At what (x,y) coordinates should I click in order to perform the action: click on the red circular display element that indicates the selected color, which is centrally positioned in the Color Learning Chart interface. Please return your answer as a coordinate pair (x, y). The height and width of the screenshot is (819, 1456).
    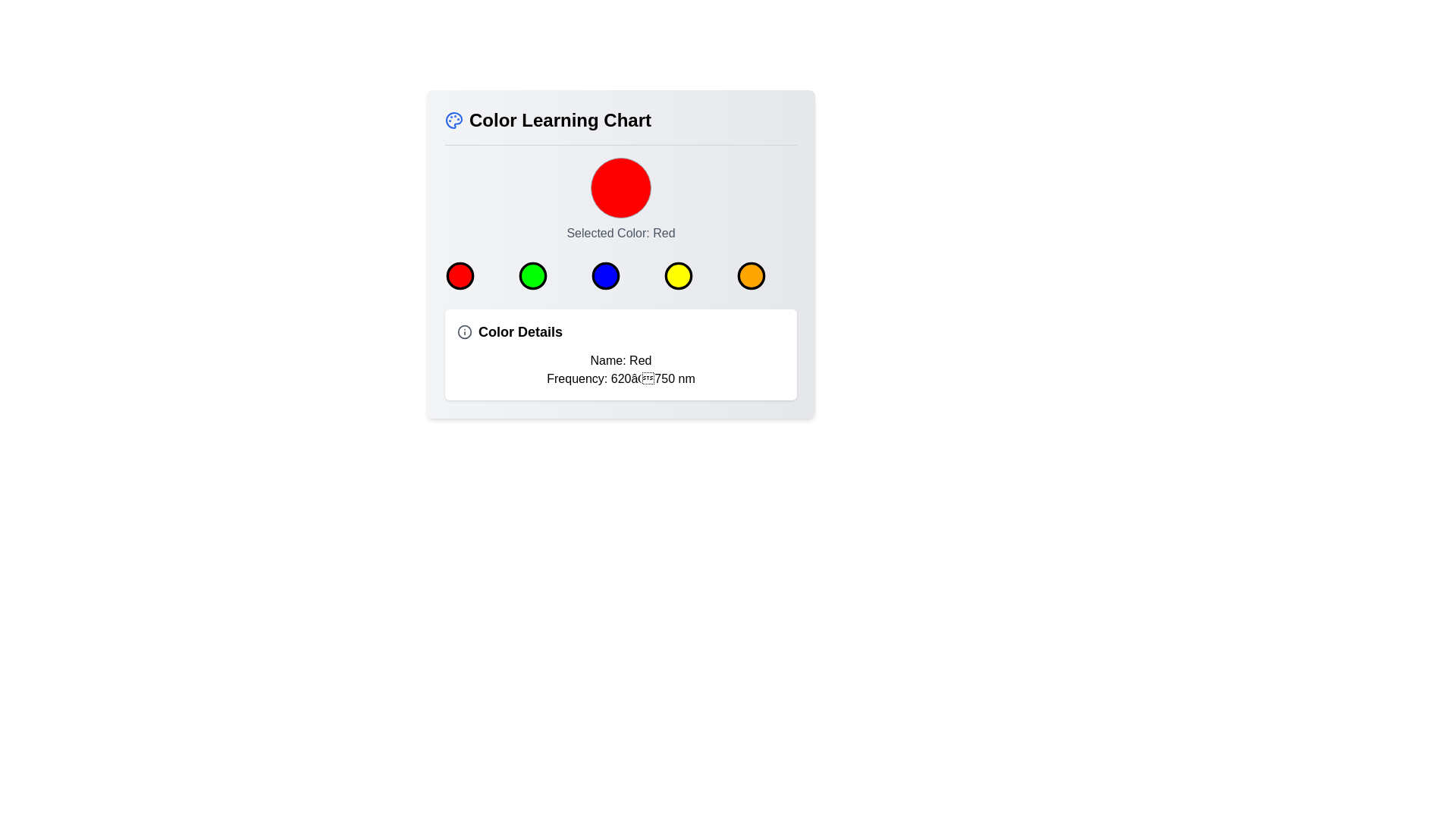
    Looking at the image, I should click on (621, 187).